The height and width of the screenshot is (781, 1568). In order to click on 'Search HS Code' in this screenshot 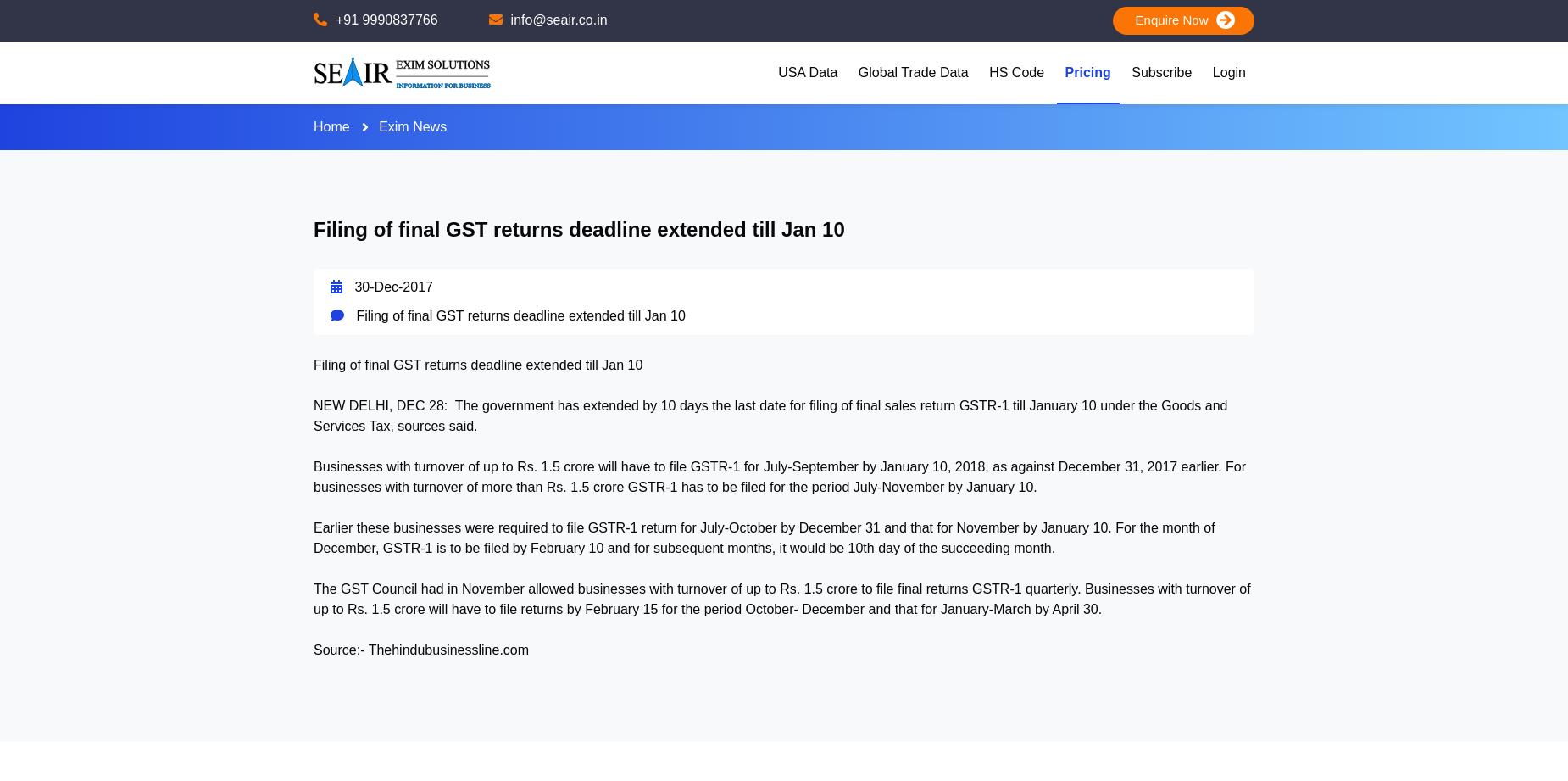, I will do `click(1046, 115)`.